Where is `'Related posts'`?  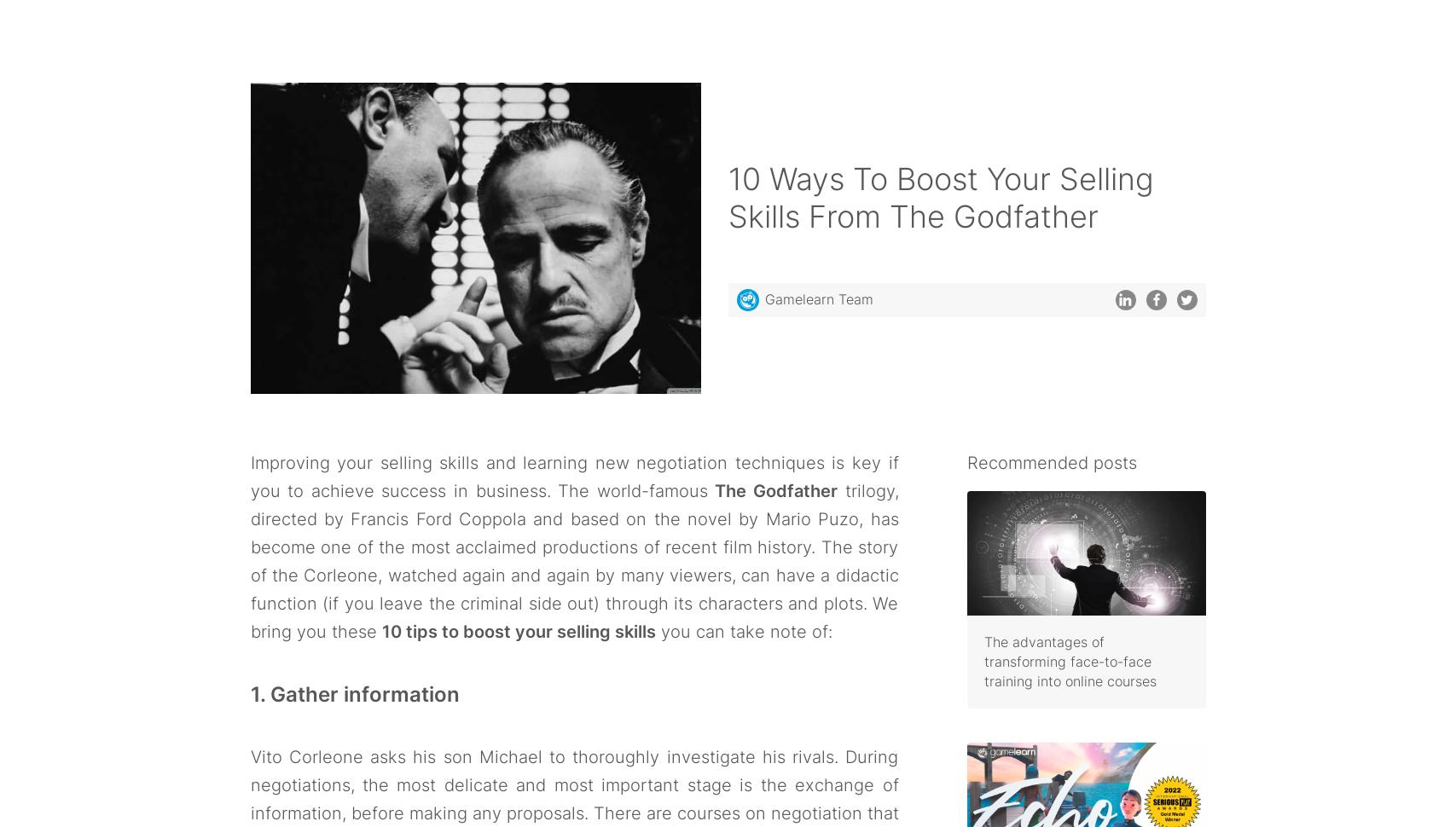 'Related posts' is located at coordinates (336, 283).